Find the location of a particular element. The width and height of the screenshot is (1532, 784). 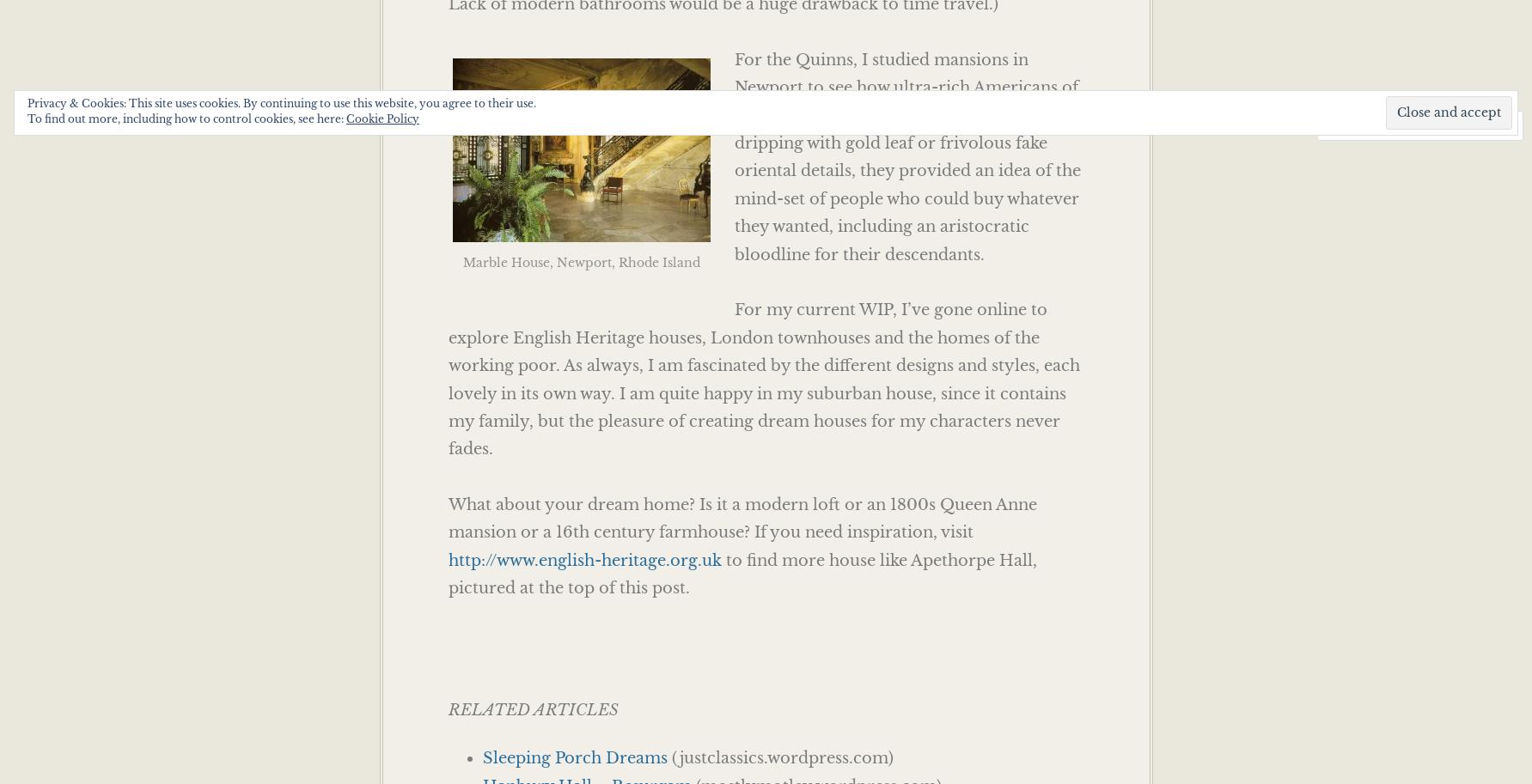

'Follow' is located at coordinates (1445, 125).